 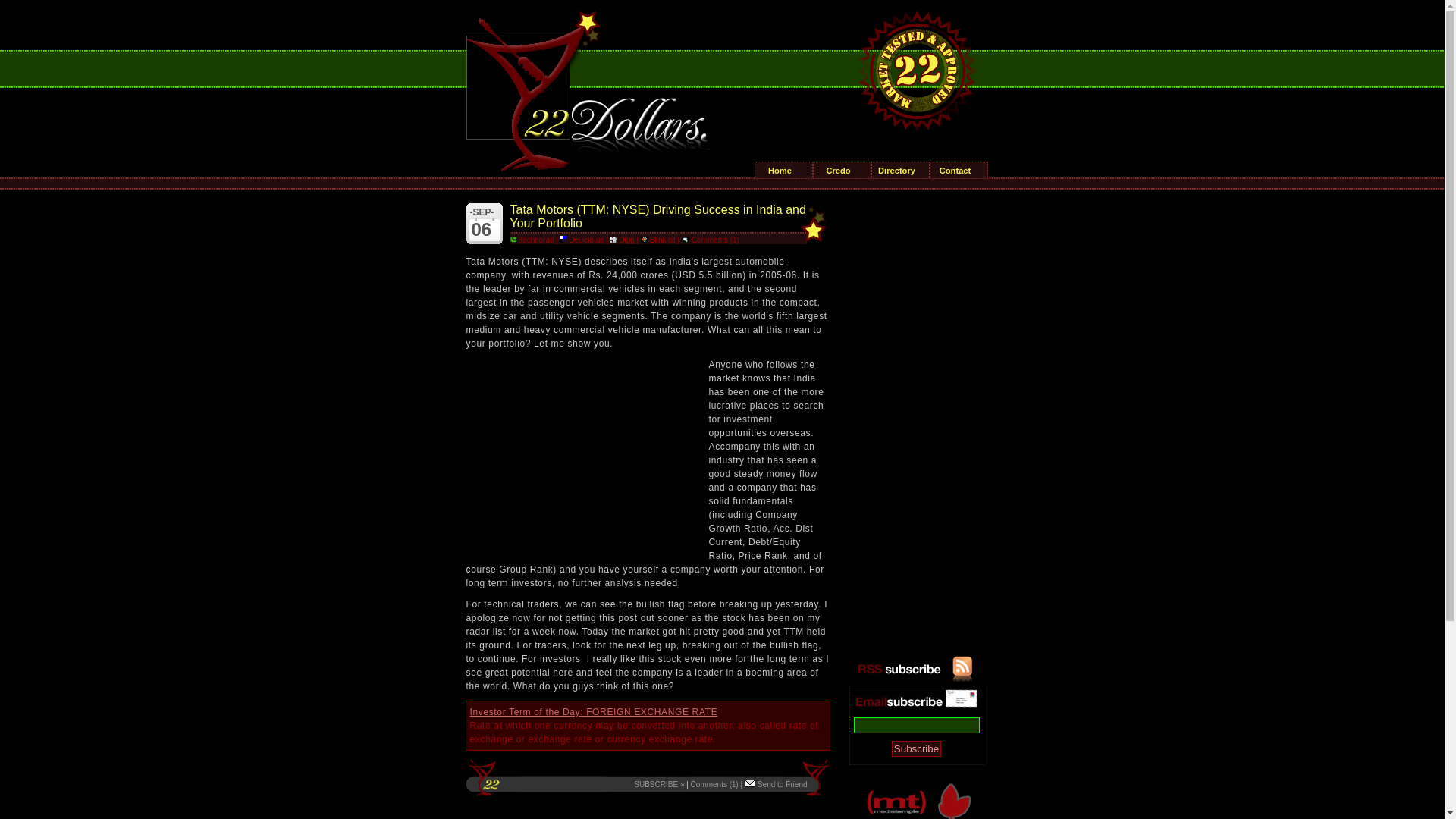 What do you see at coordinates (915, 748) in the screenshot?
I see `'Subscribe'` at bounding box center [915, 748].